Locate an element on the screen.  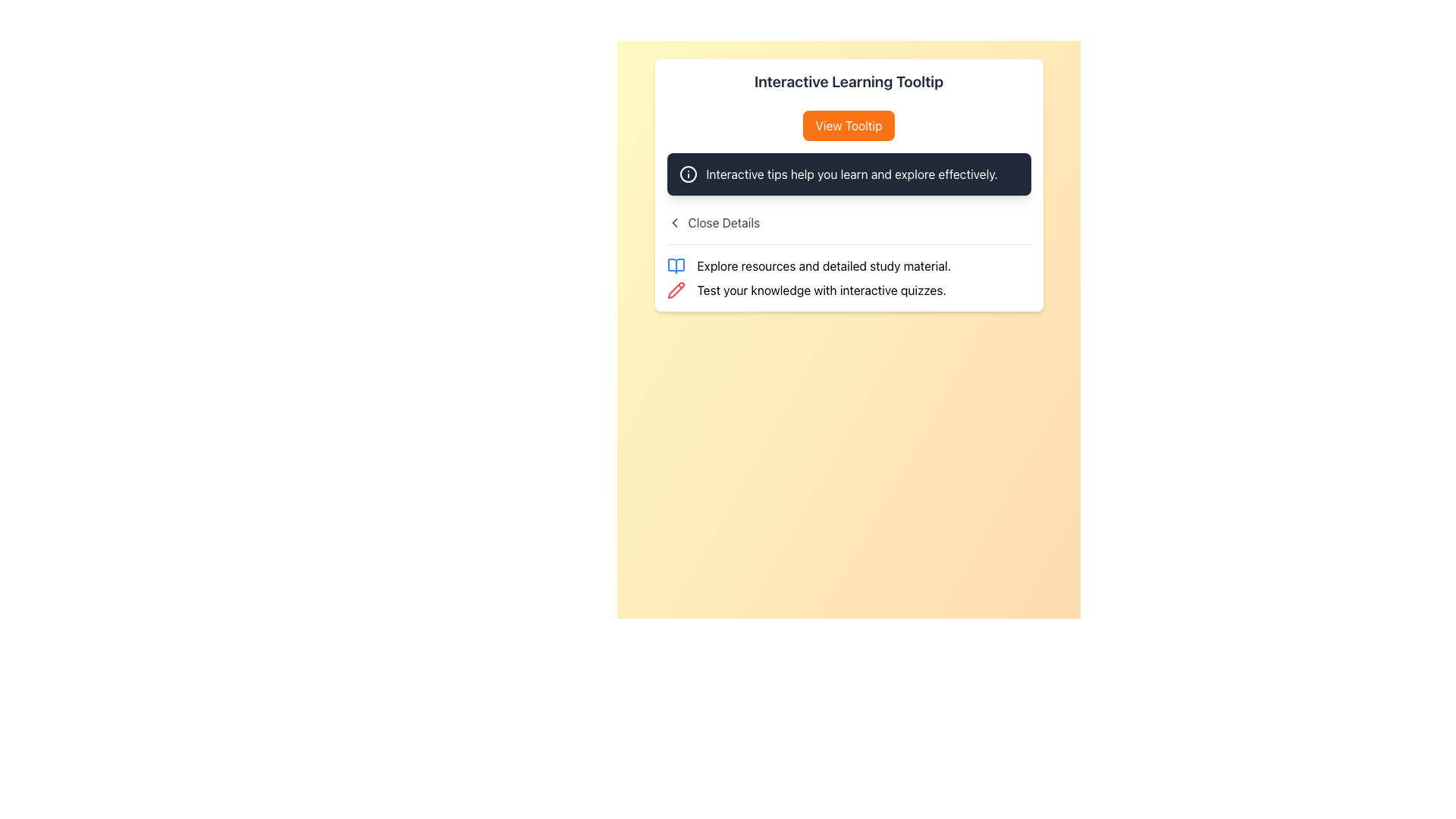
the vibrant orange button labeled 'View Tooltip' is located at coordinates (848, 124).